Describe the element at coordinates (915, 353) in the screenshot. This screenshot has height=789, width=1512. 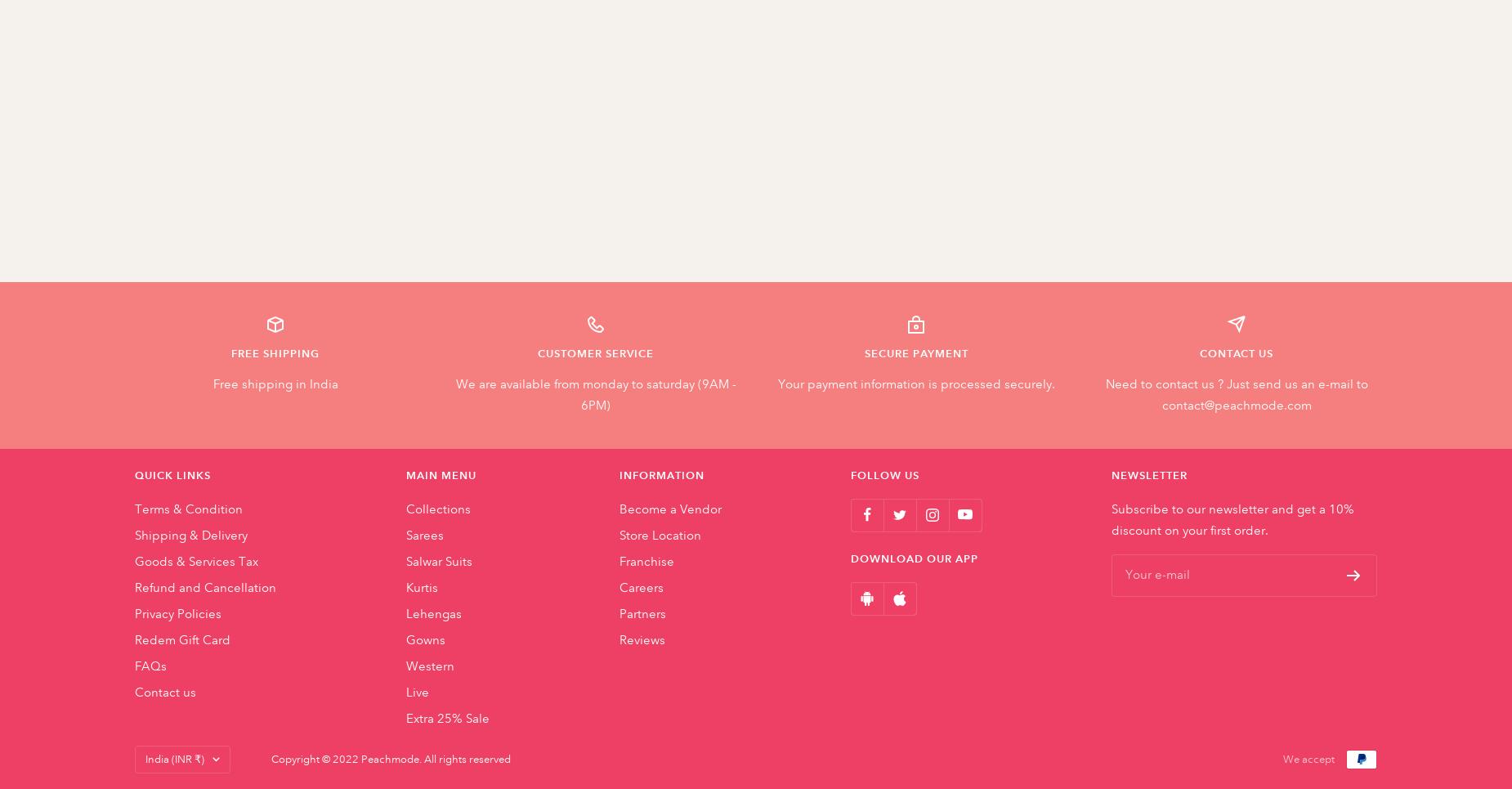
I see `'SECURE PAYMENT'` at that location.